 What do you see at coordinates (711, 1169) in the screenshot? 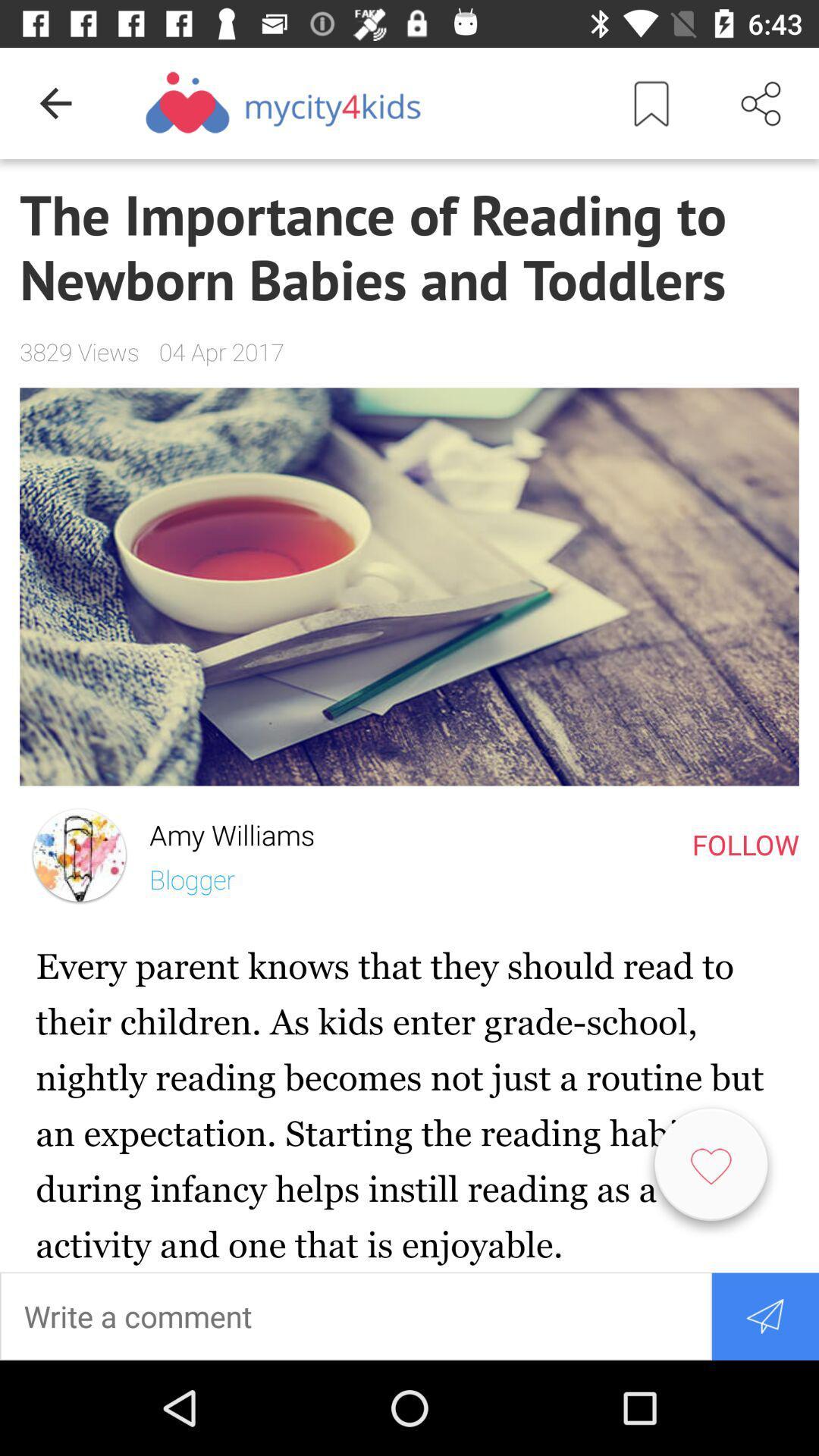
I see `like article` at bounding box center [711, 1169].